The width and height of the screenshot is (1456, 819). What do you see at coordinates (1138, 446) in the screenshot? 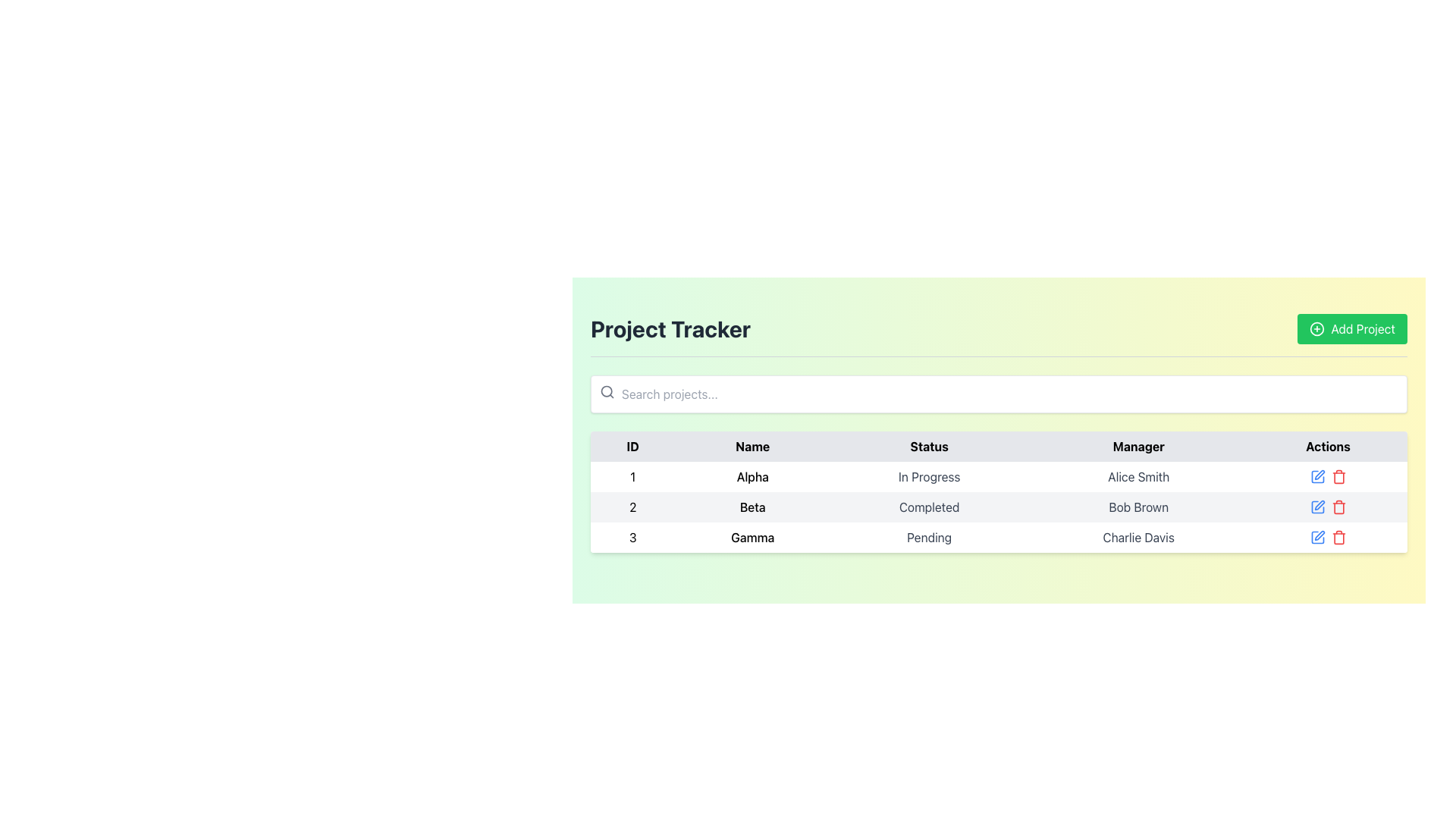
I see `the text label 'Manager' located in the header row of a table, styled with center alignment and black text on a light gray background` at bounding box center [1138, 446].